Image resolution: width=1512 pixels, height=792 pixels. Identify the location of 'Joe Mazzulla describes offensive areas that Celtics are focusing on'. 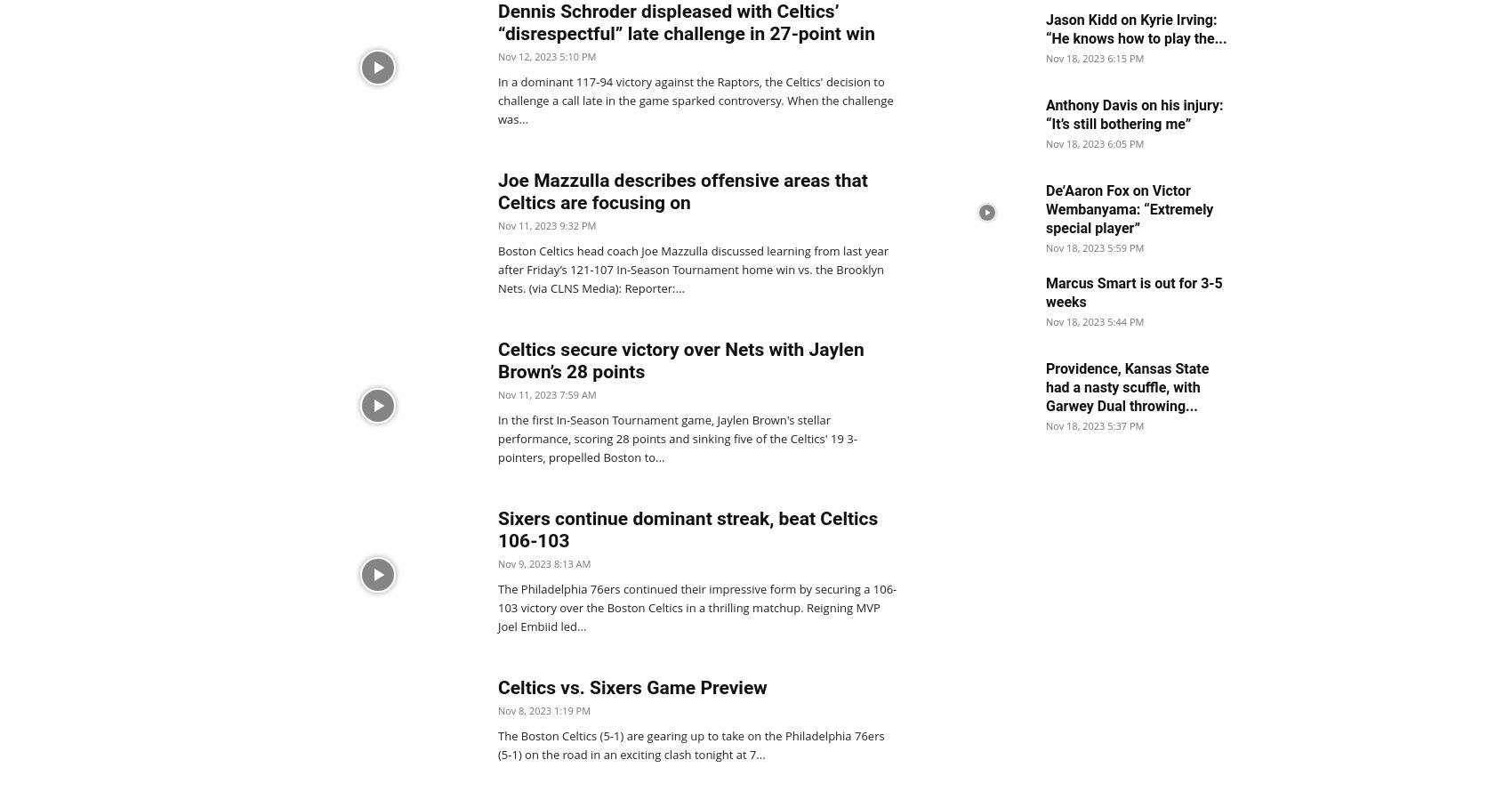
(681, 191).